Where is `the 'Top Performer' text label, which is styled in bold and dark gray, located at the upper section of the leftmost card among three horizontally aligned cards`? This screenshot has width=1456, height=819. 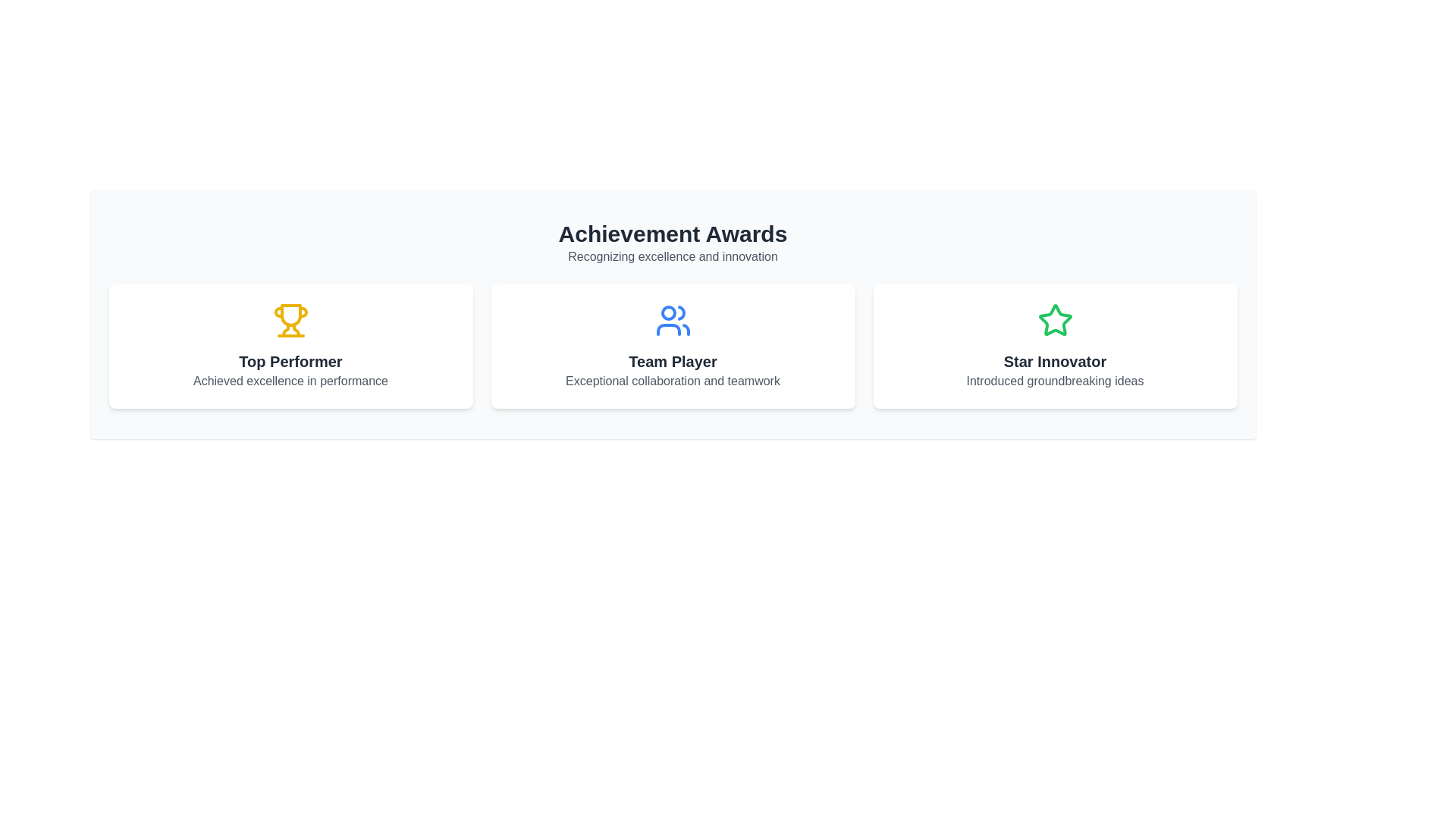
the 'Top Performer' text label, which is styled in bold and dark gray, located at the upper section of the leftmost card among three horizontally aligned cards is located at coordinates (290, 362).